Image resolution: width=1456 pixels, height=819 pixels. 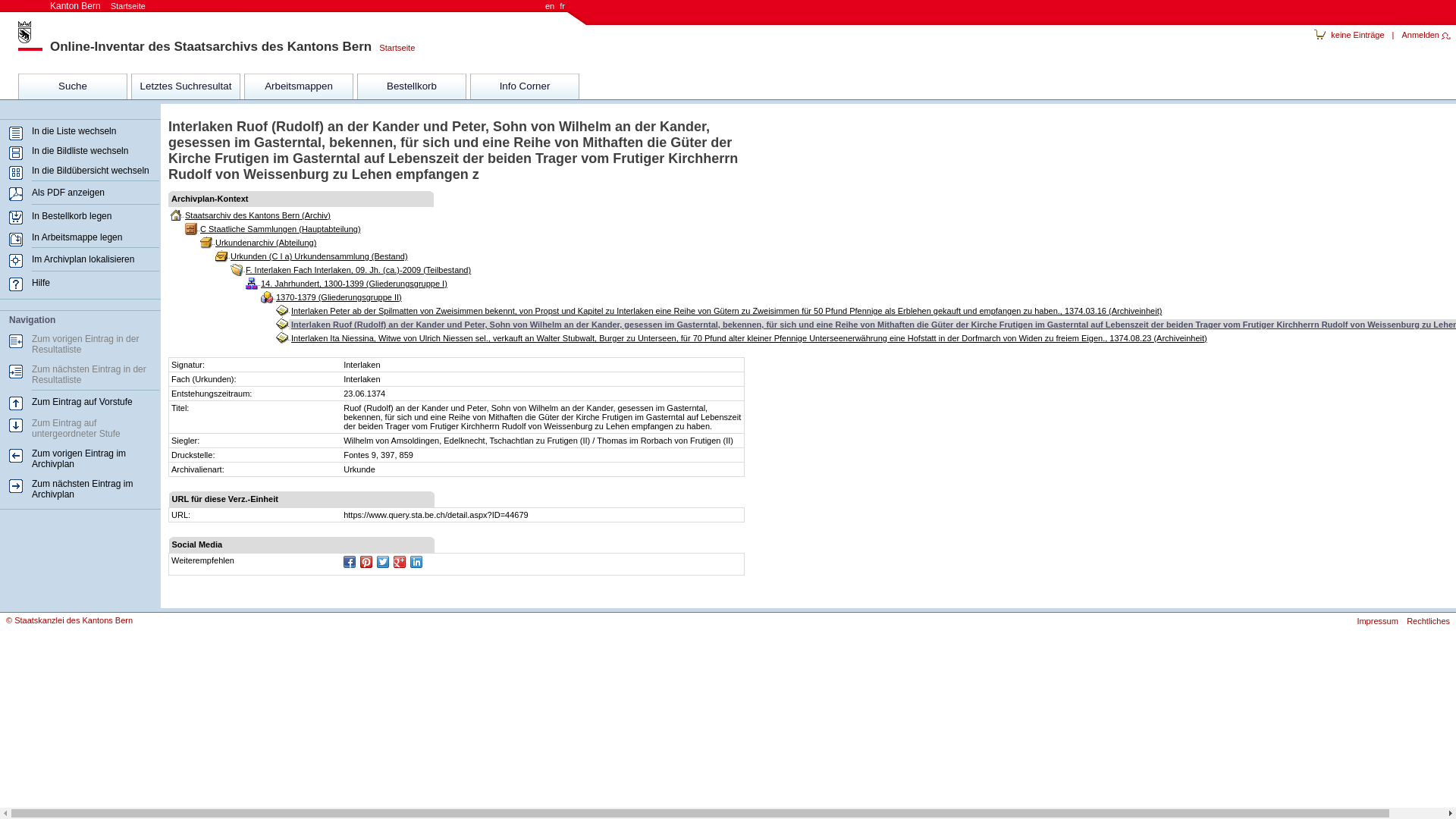 I want to click on 'Impressum', so click(x=1373, y=620).